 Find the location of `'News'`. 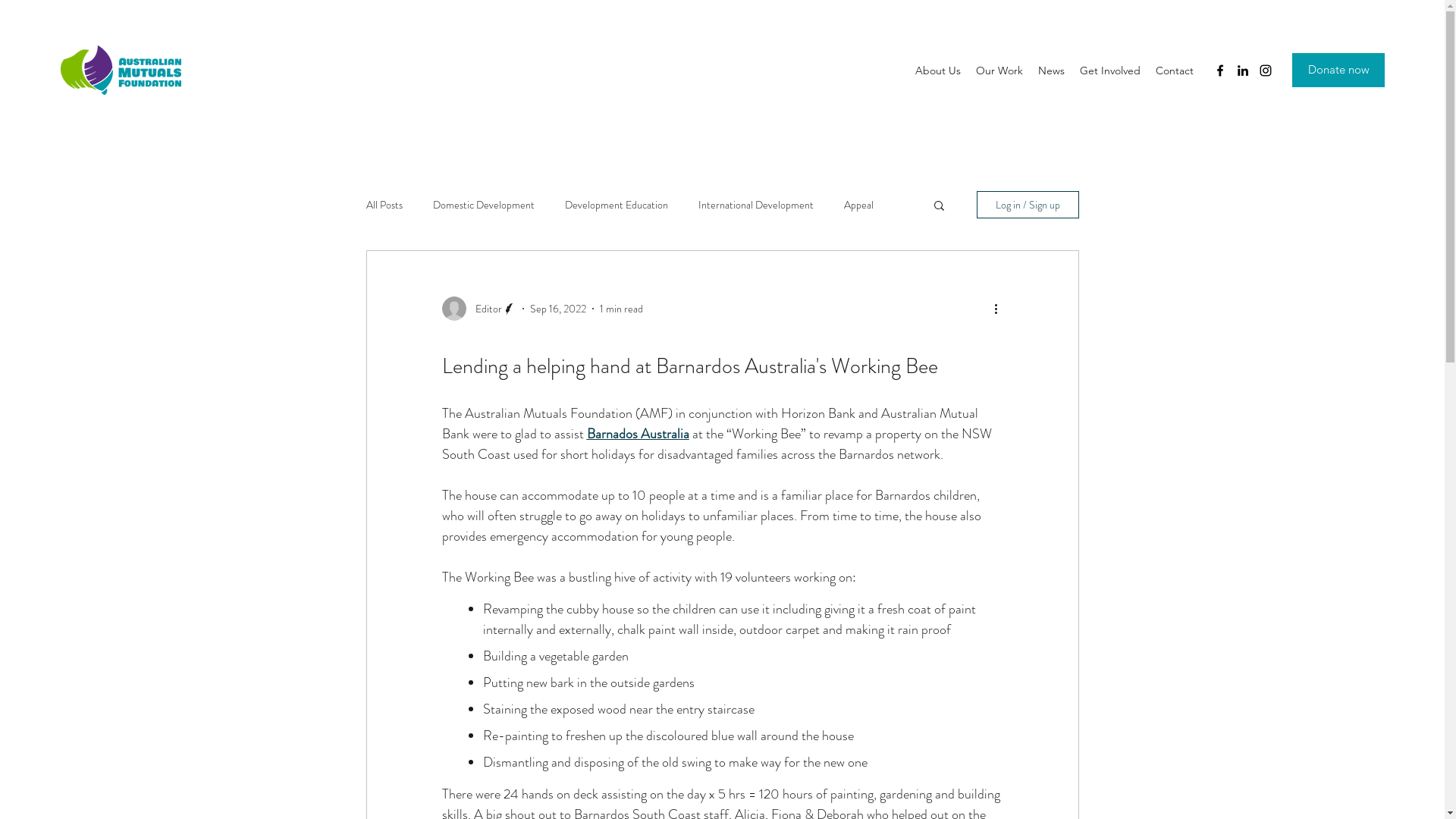

'News' is located at coordinates (1030, 70).